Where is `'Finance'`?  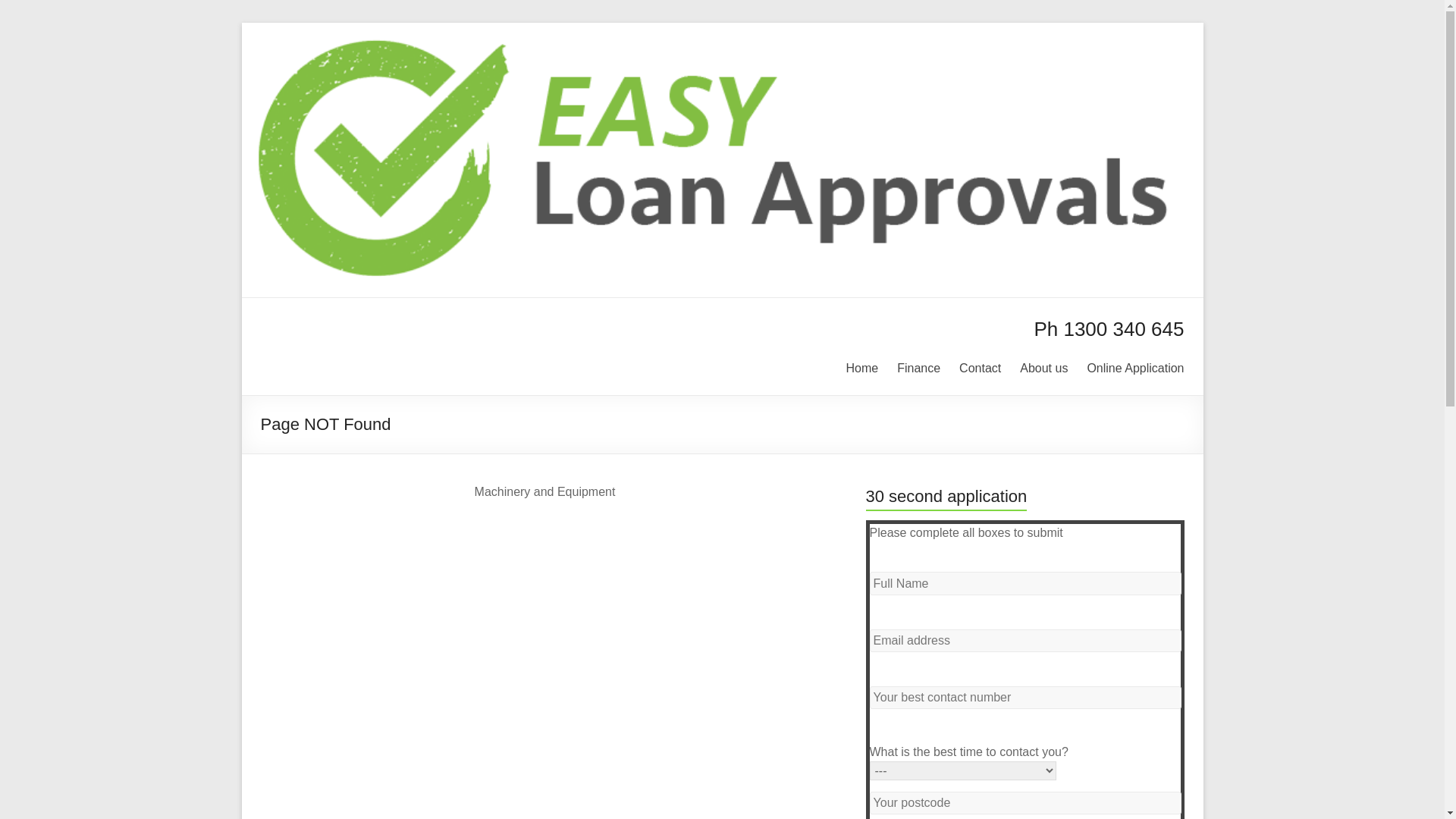 'Finance' is located at coordinates (918, 366).